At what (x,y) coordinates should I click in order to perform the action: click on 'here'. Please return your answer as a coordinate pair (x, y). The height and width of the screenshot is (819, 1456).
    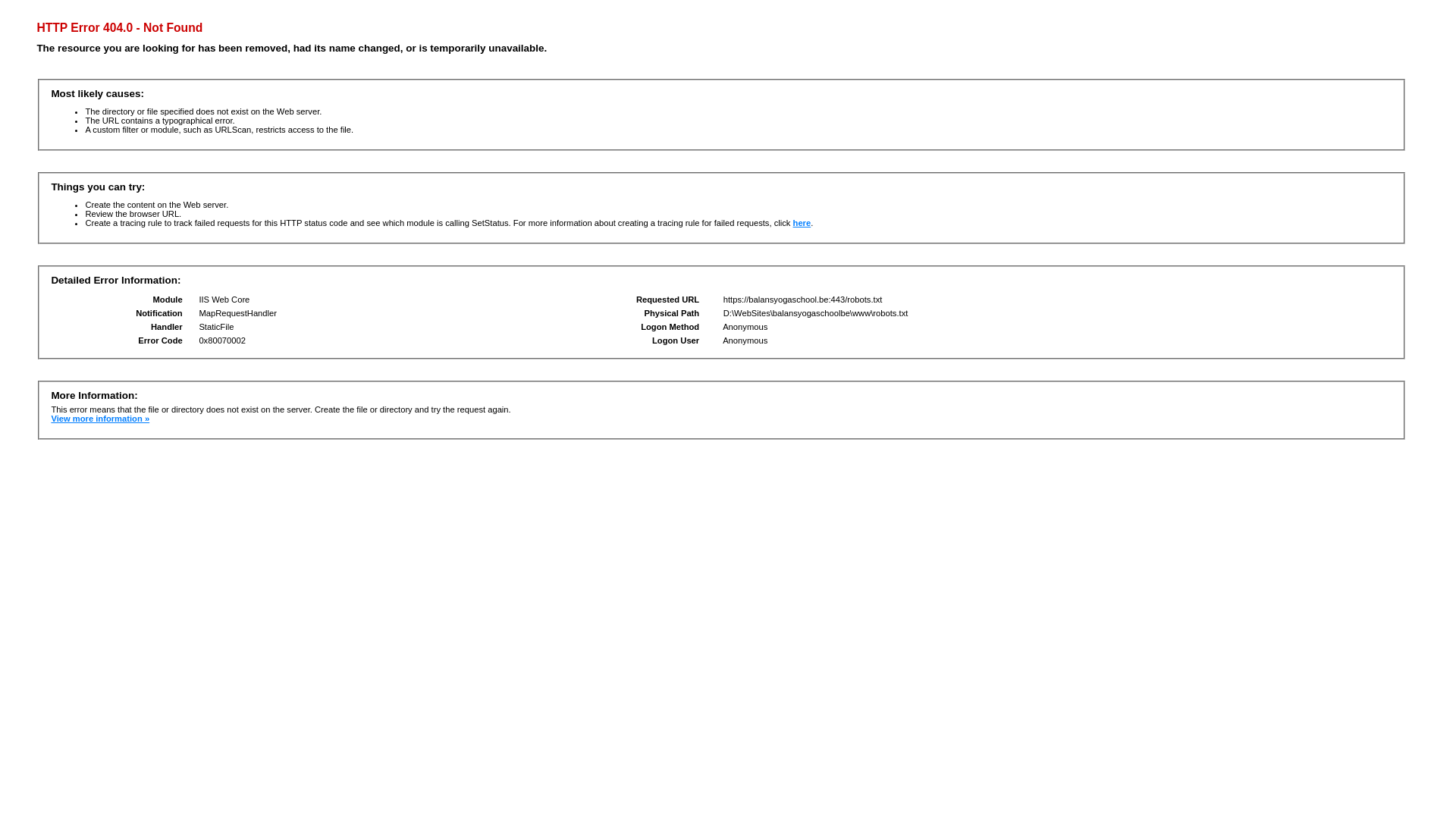
    Looking at the image, I should click on (801, 222).